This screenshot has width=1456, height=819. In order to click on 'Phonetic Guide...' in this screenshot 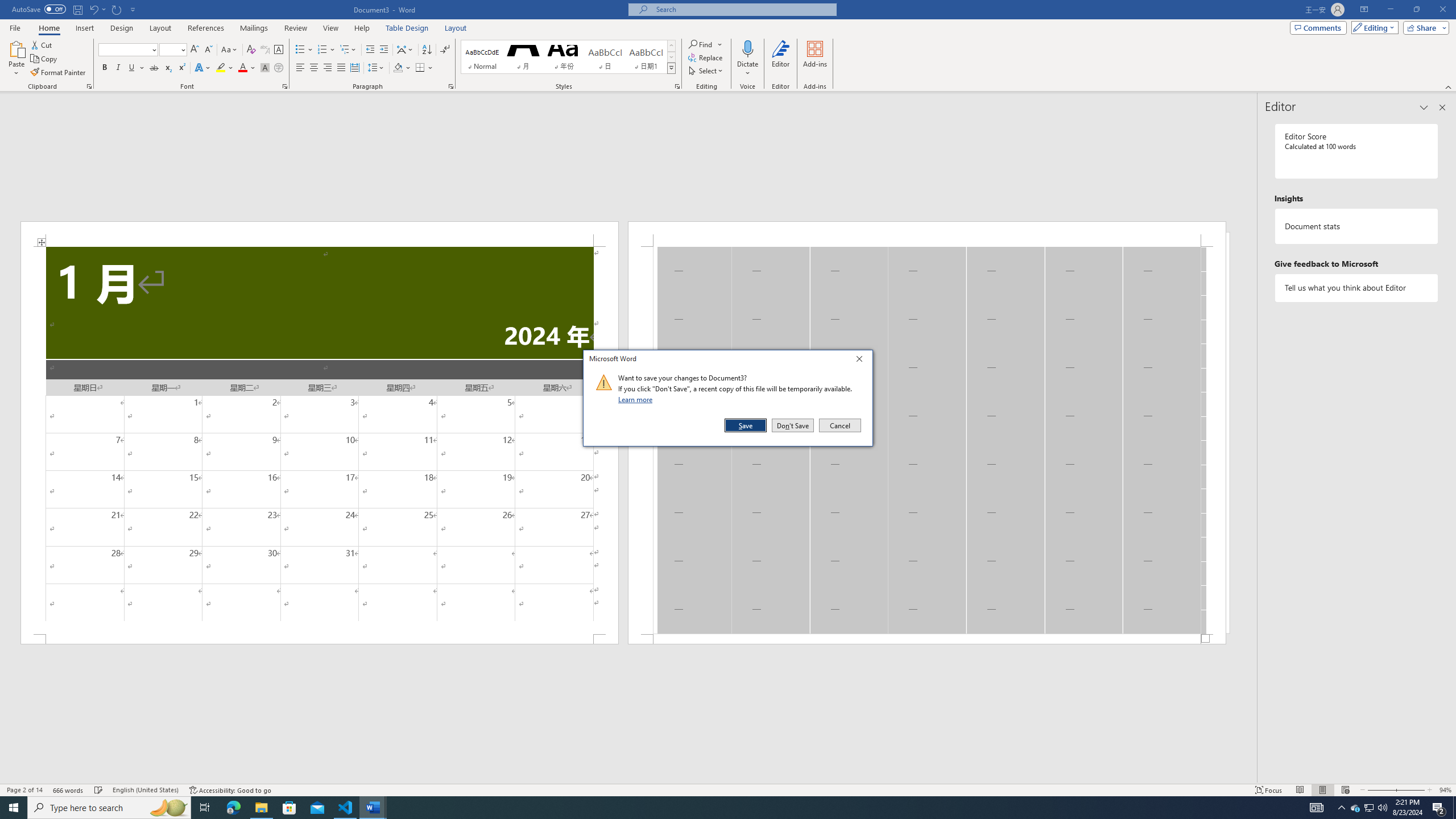, I will do `click(264, 49)`.